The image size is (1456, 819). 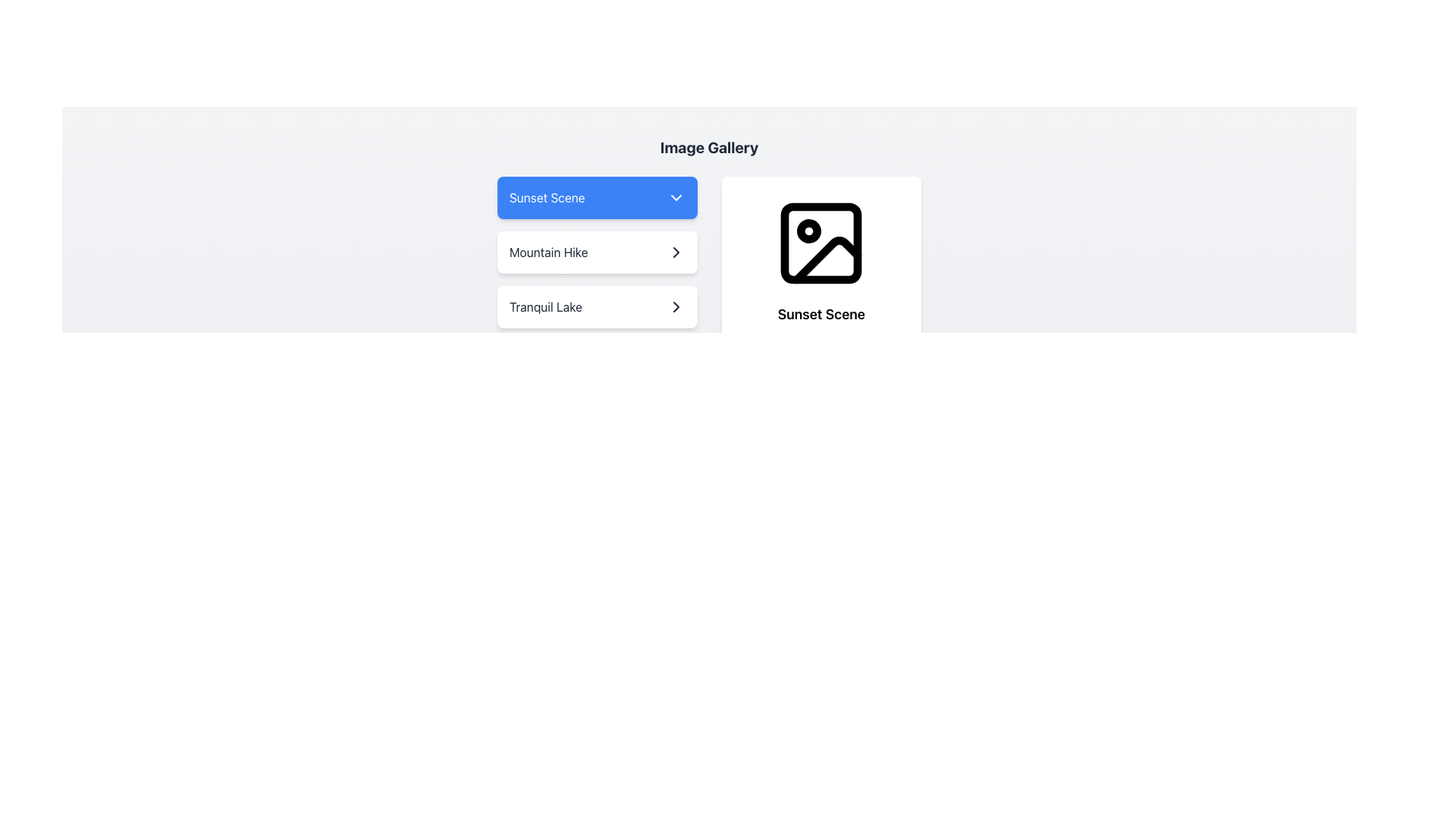 What do you see at coordinates (675, 251) in the screenshot?
I see `the Chevron Icon located at the far-right end of the 'Mountain Hike' selection button` at bounding box center [675, 251].